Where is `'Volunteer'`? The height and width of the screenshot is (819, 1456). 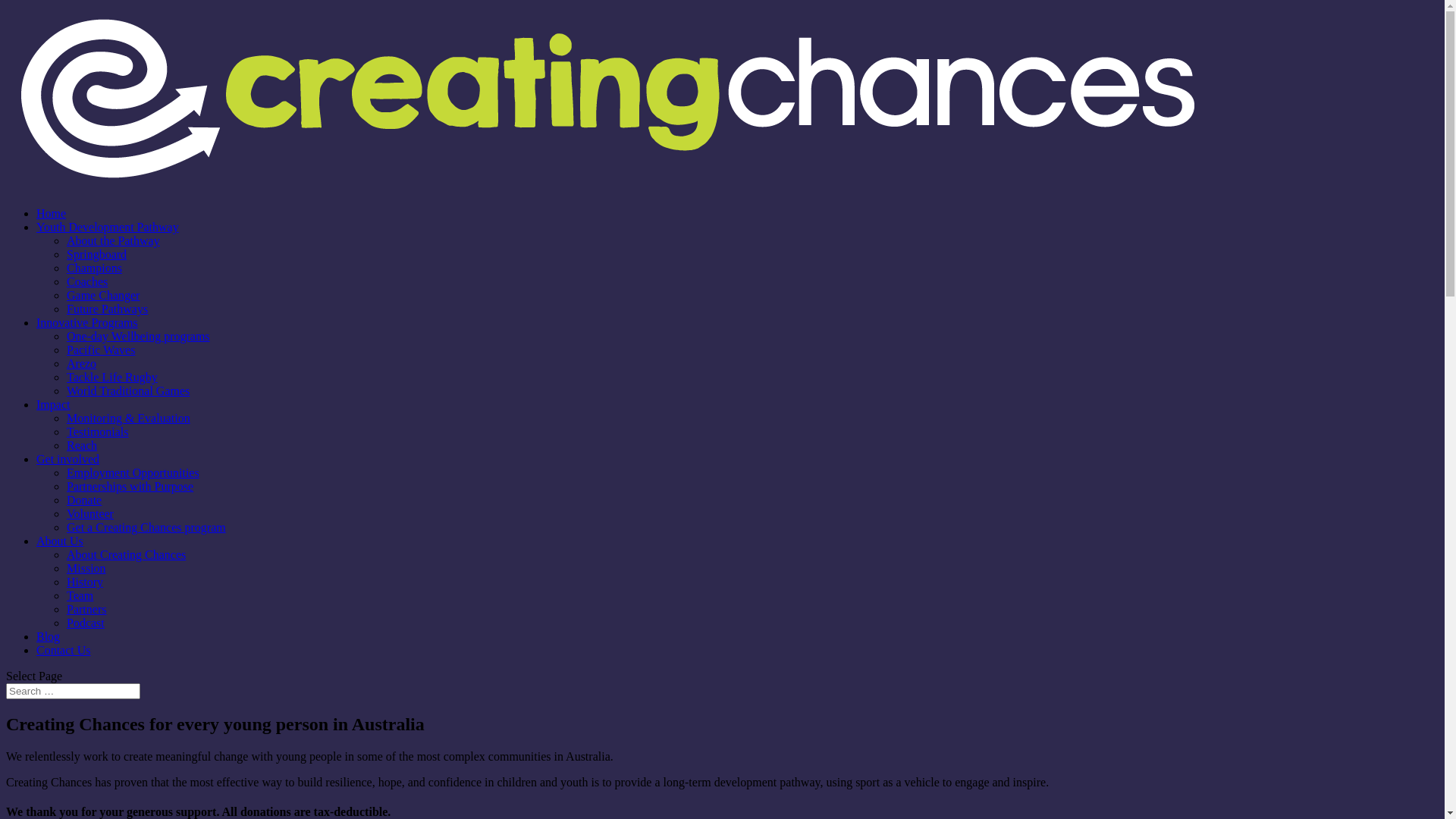 'Volunteer' is located at coordinates (89, 513).